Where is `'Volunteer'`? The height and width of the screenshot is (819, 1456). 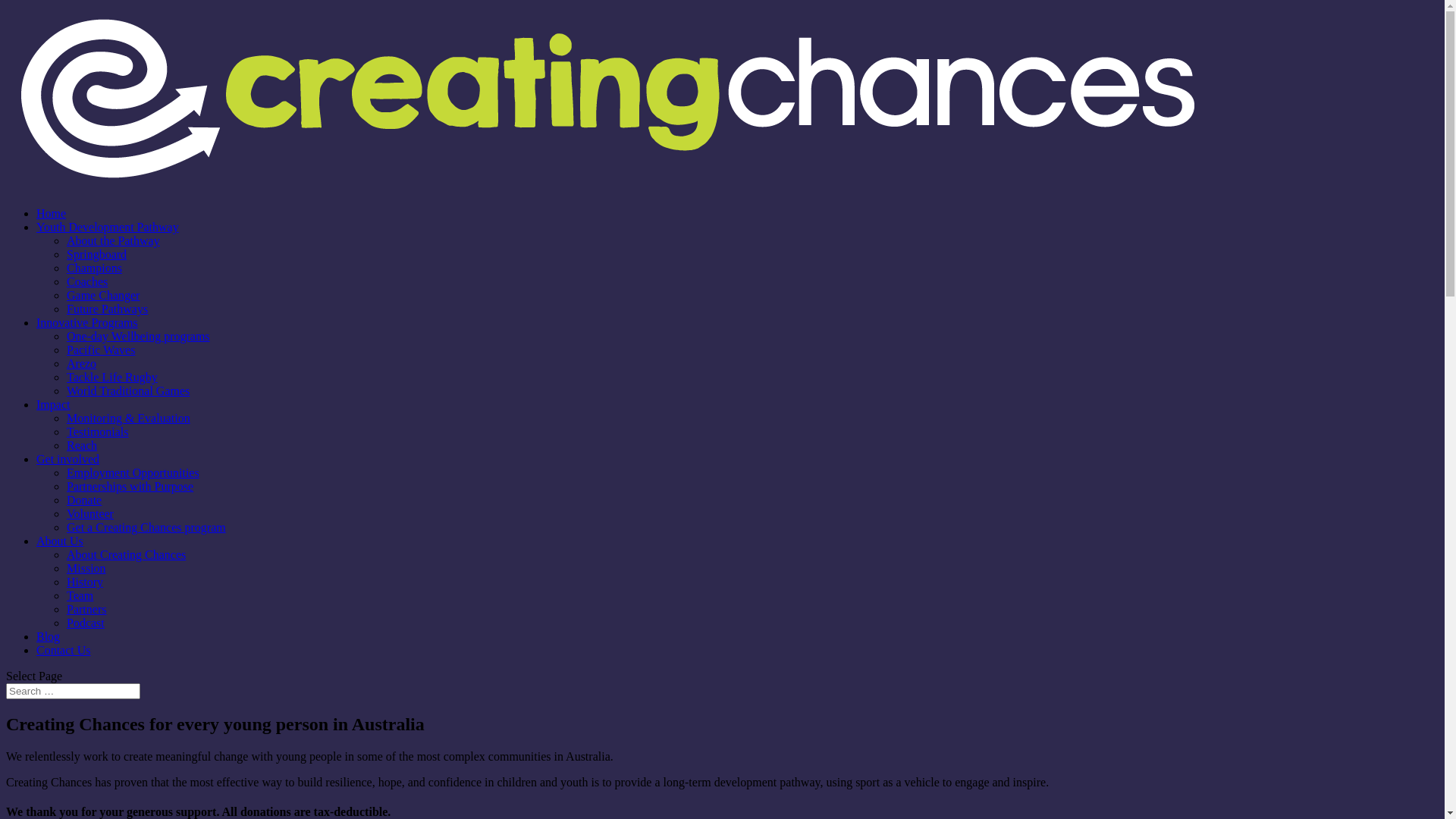 'Volunteer' is located at coordinates (89, 513).